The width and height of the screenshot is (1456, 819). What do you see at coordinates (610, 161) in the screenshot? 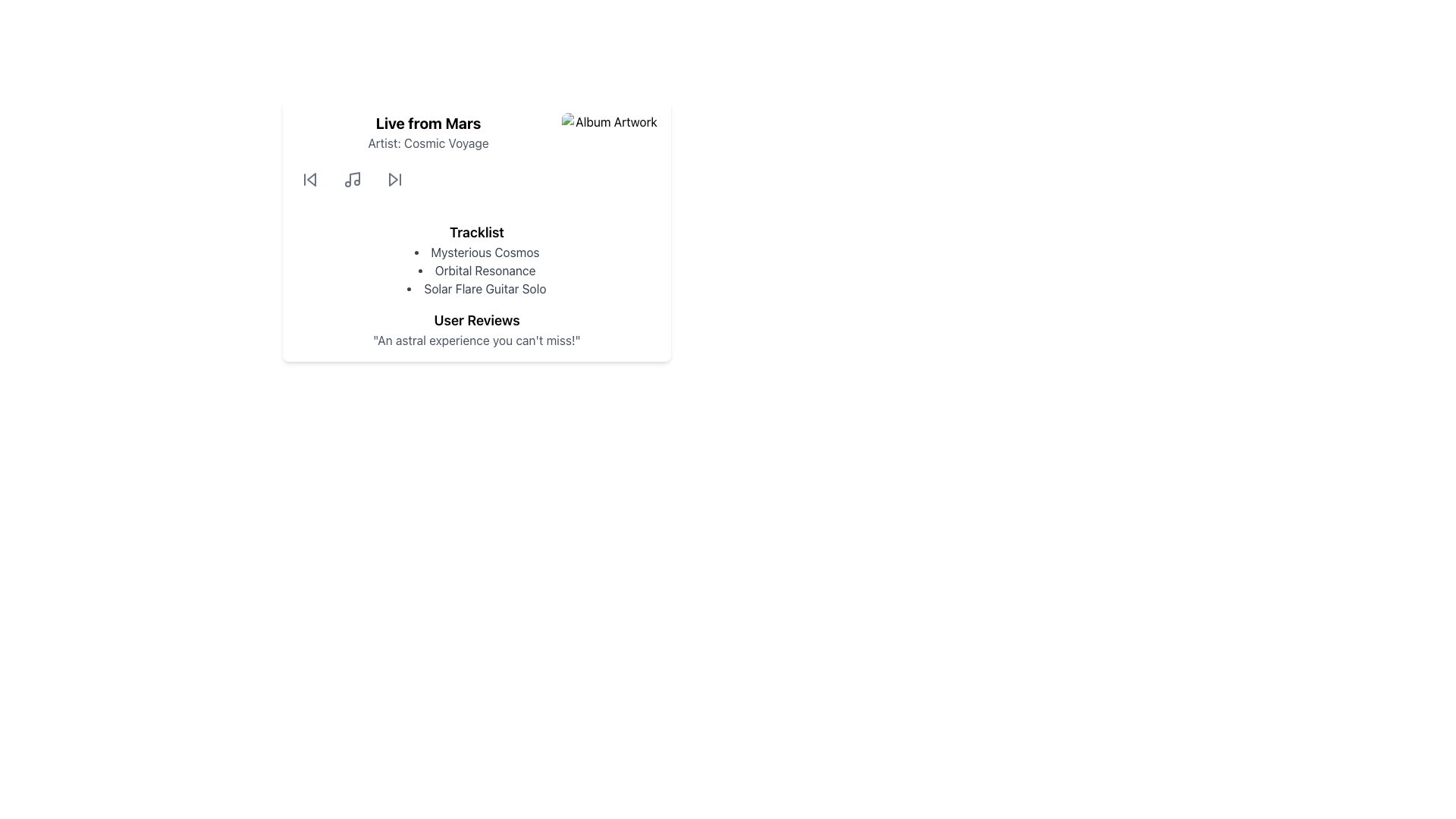
I see `the 'Album Artwork' image placeholder, which is a square image with rounded corners` at bounding box center [610, 161].